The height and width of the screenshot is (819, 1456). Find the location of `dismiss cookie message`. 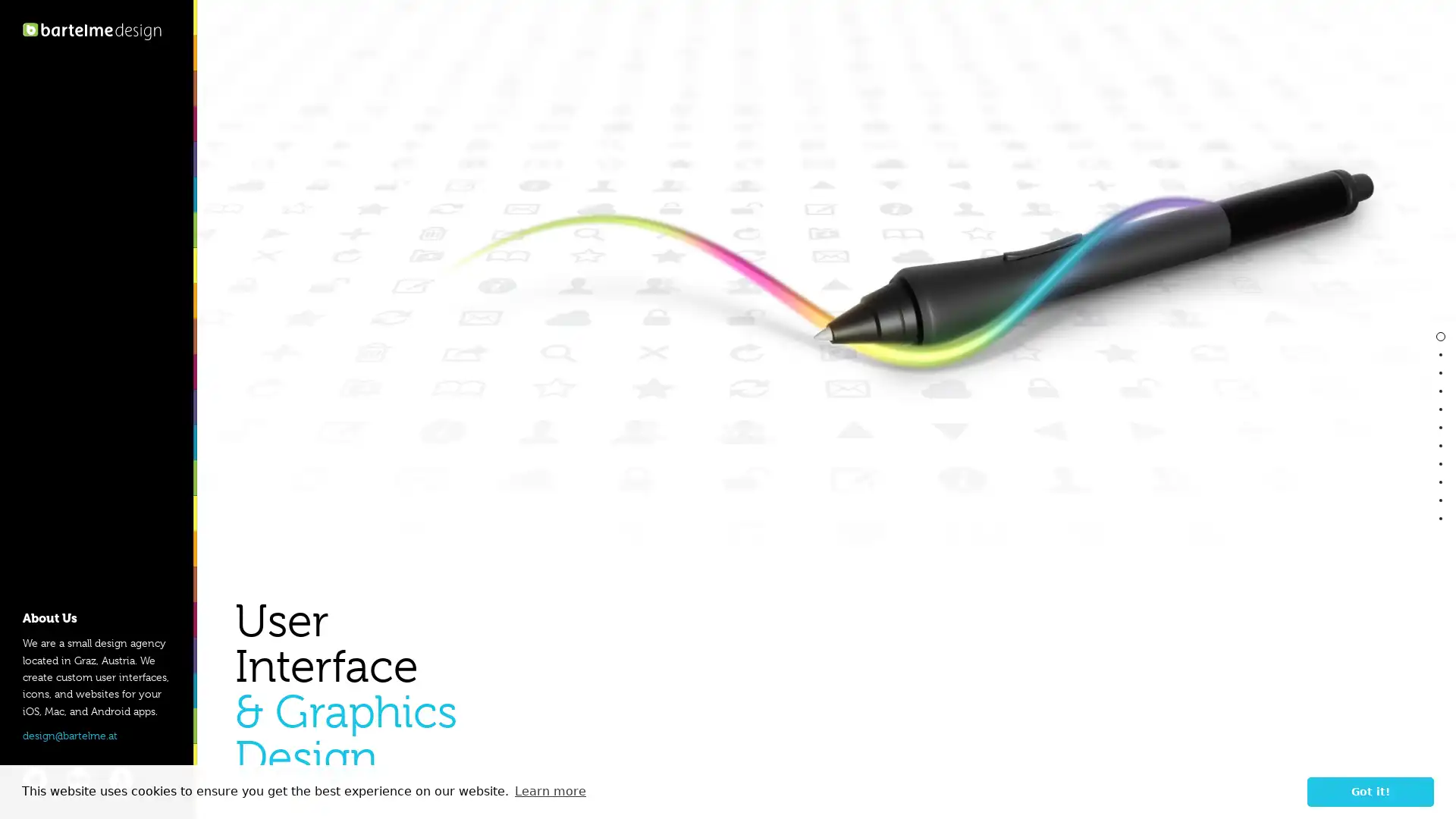

dismiss cookie message is located at coordinates (1370, 791).